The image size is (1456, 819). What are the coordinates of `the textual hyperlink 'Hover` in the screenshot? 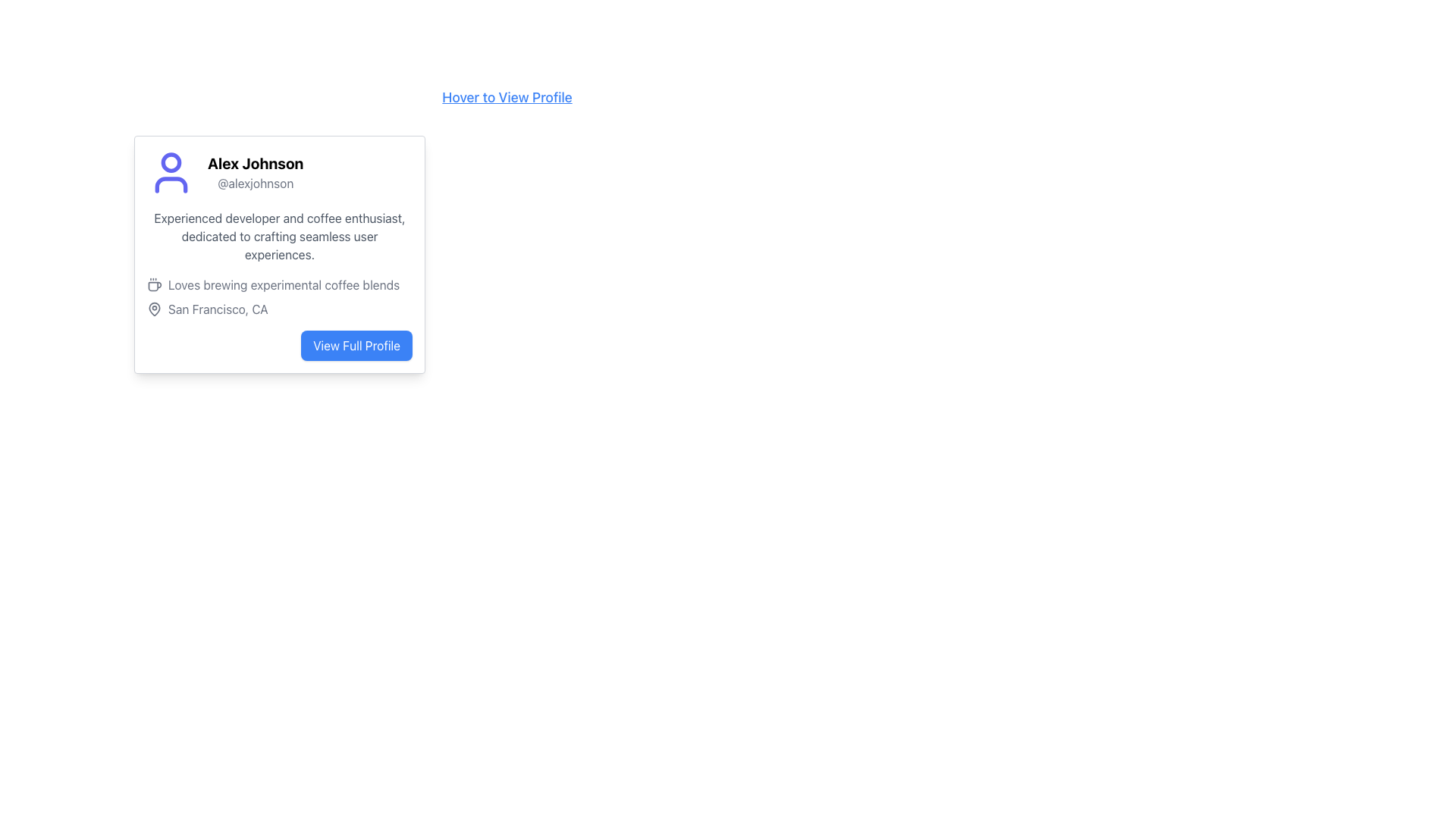 It's located at (507, 97).